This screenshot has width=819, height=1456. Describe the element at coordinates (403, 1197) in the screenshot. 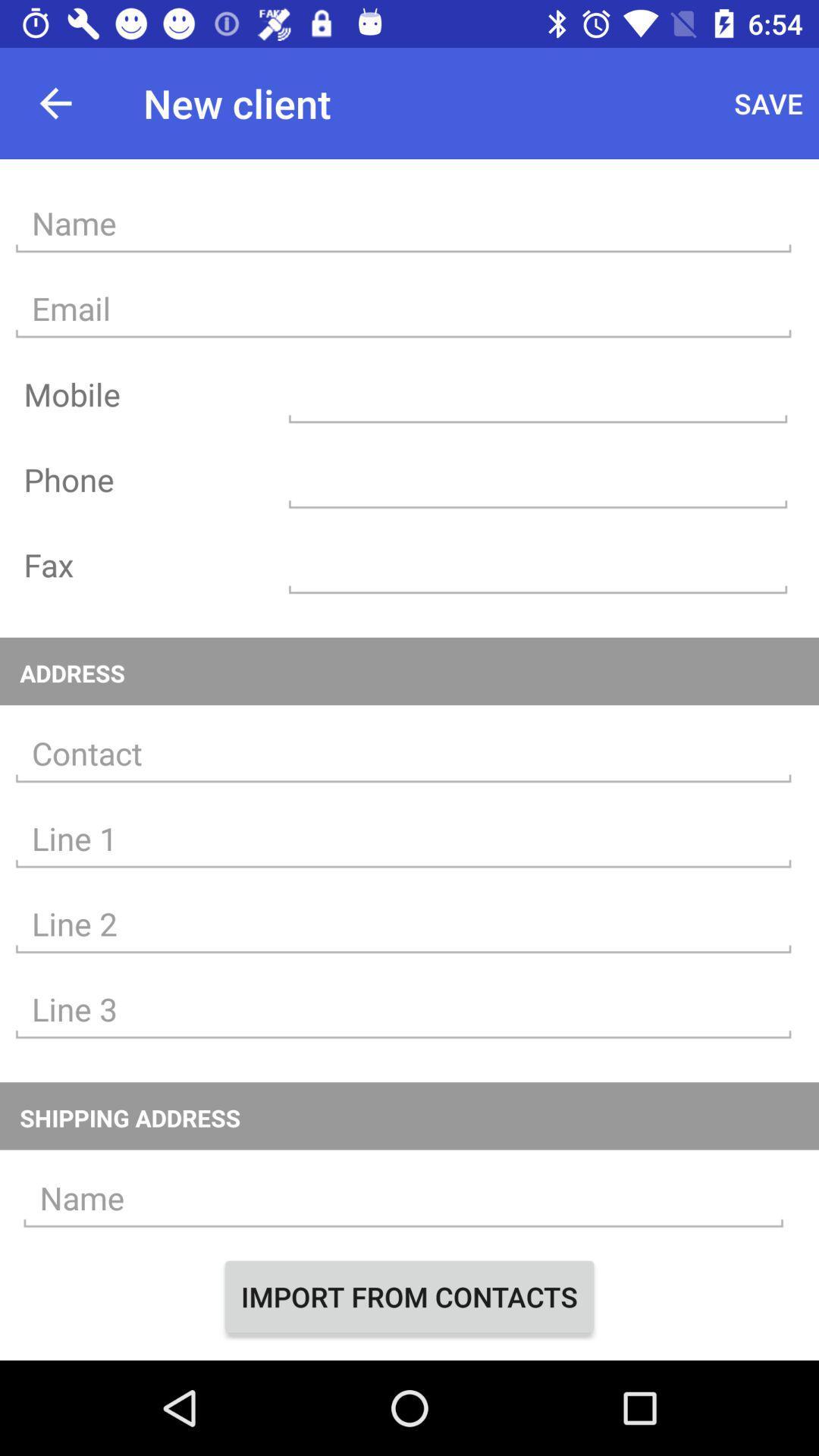

I see `the item above import from contacts item` at that location.